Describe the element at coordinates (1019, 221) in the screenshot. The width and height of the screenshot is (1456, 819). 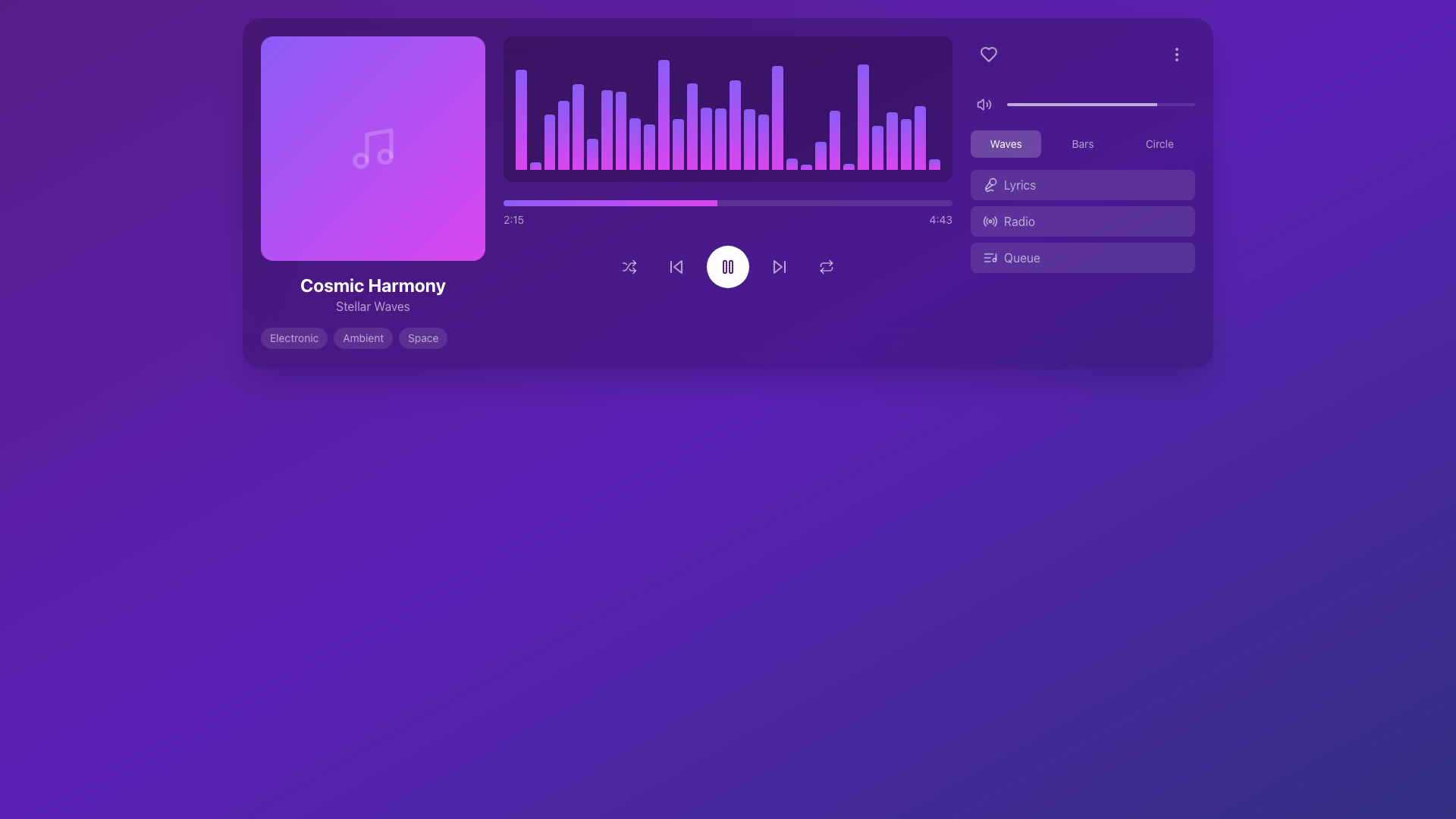
I see `the 'Radio' label text inside the button` at that location.